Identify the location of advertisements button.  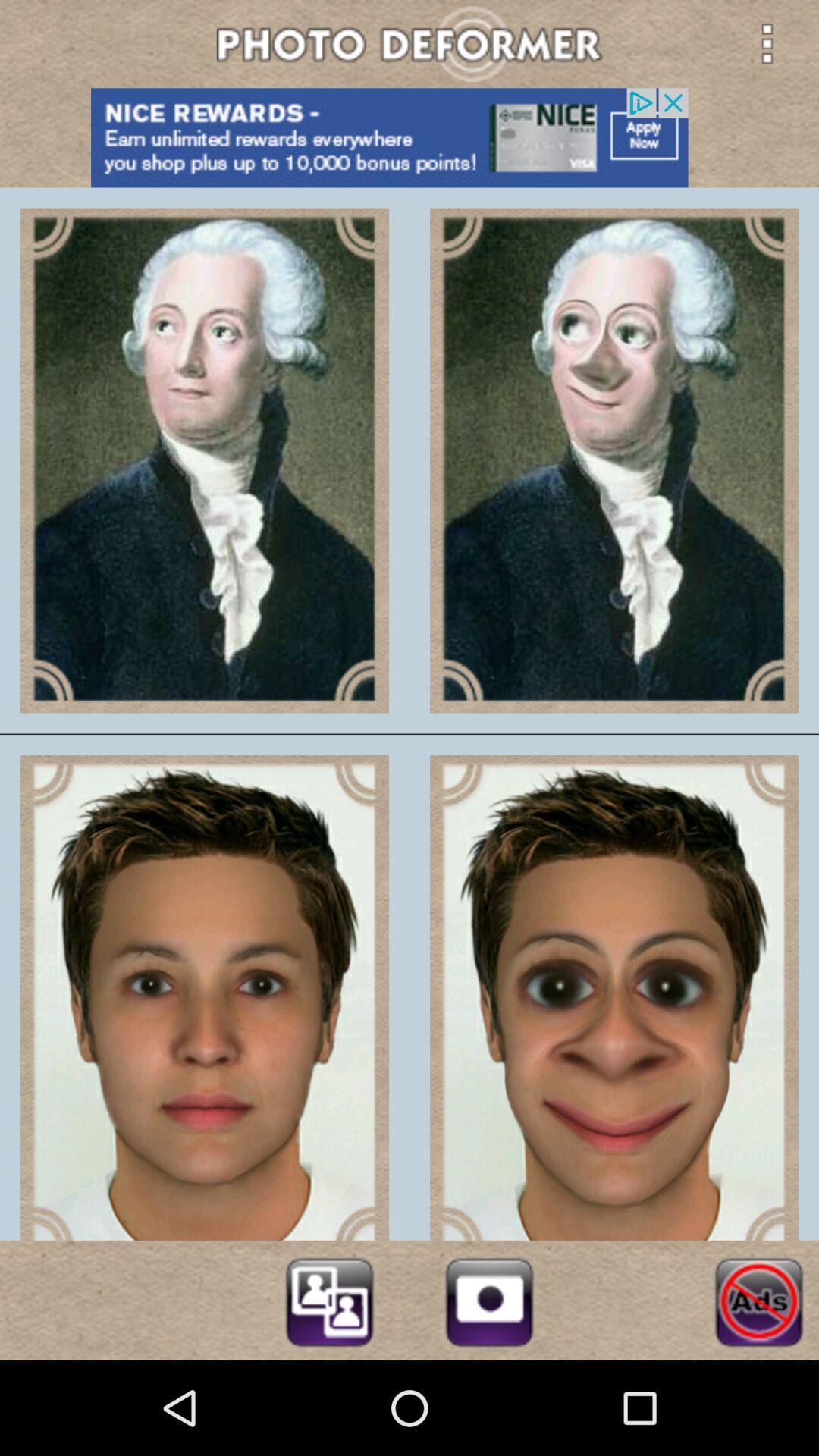
(758, 1299).